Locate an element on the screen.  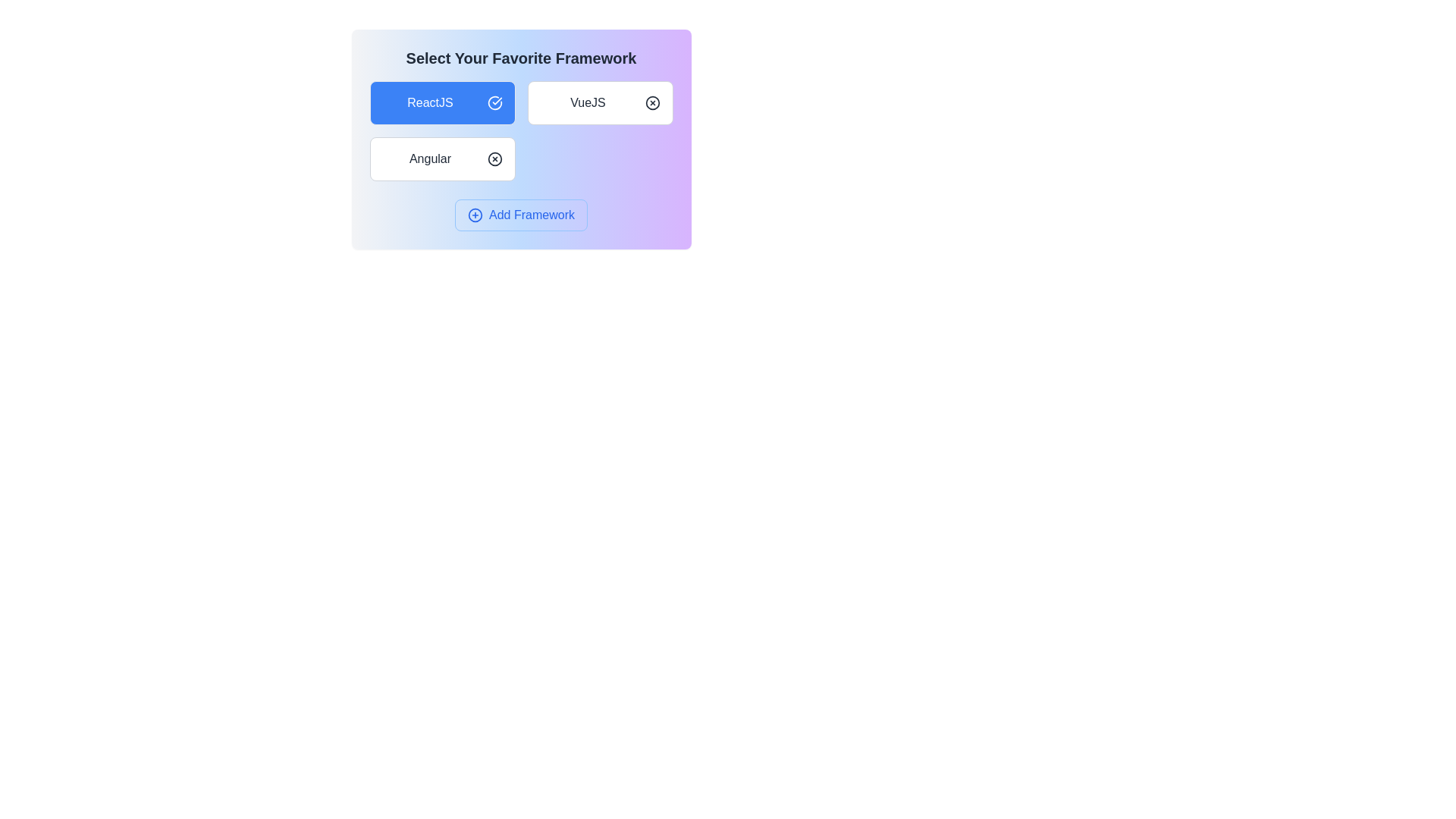
the chip labeled ReactJS is located at coordinates (441, 102).